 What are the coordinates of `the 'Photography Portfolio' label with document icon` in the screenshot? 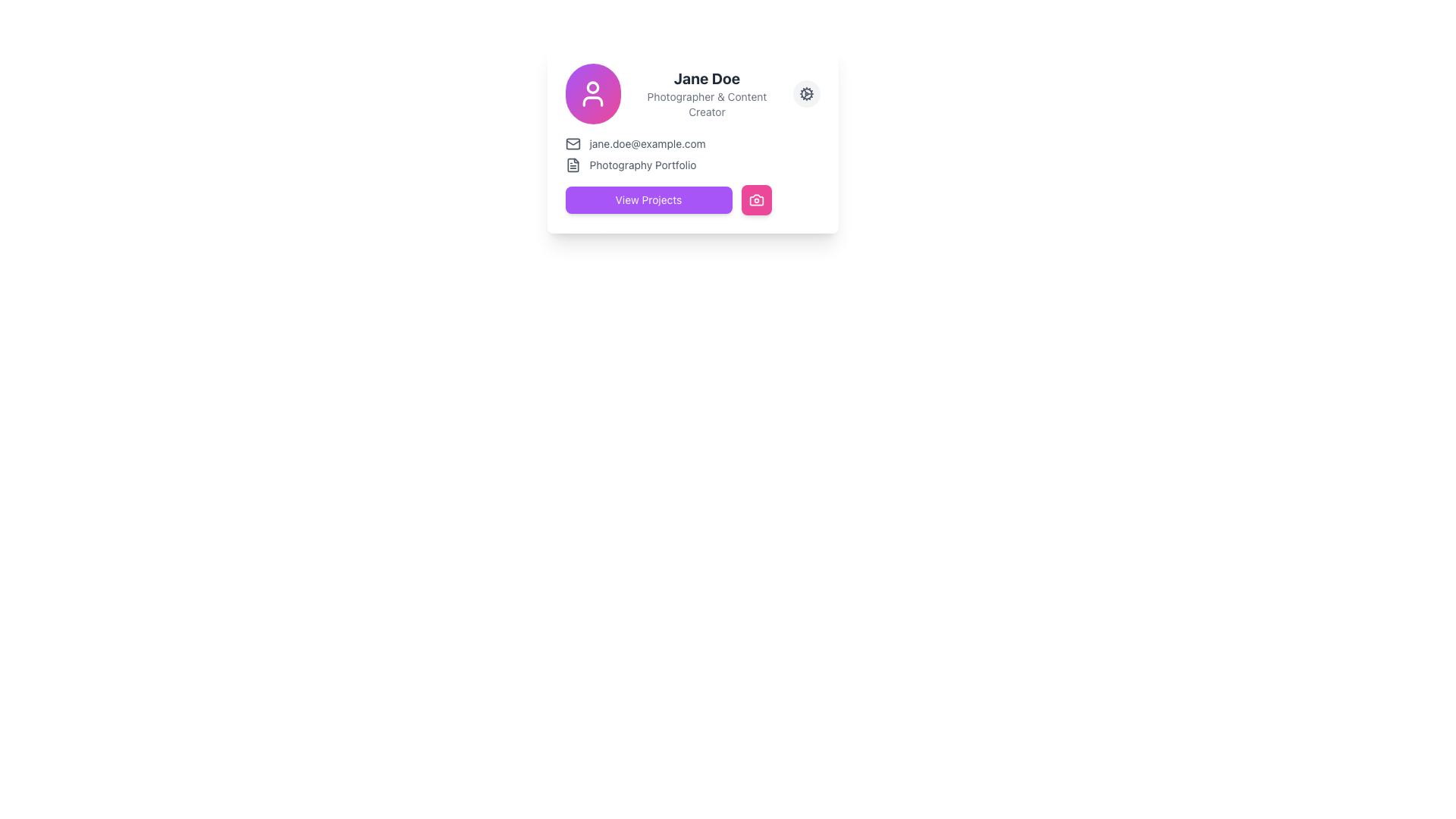 It's located at (692, 165).